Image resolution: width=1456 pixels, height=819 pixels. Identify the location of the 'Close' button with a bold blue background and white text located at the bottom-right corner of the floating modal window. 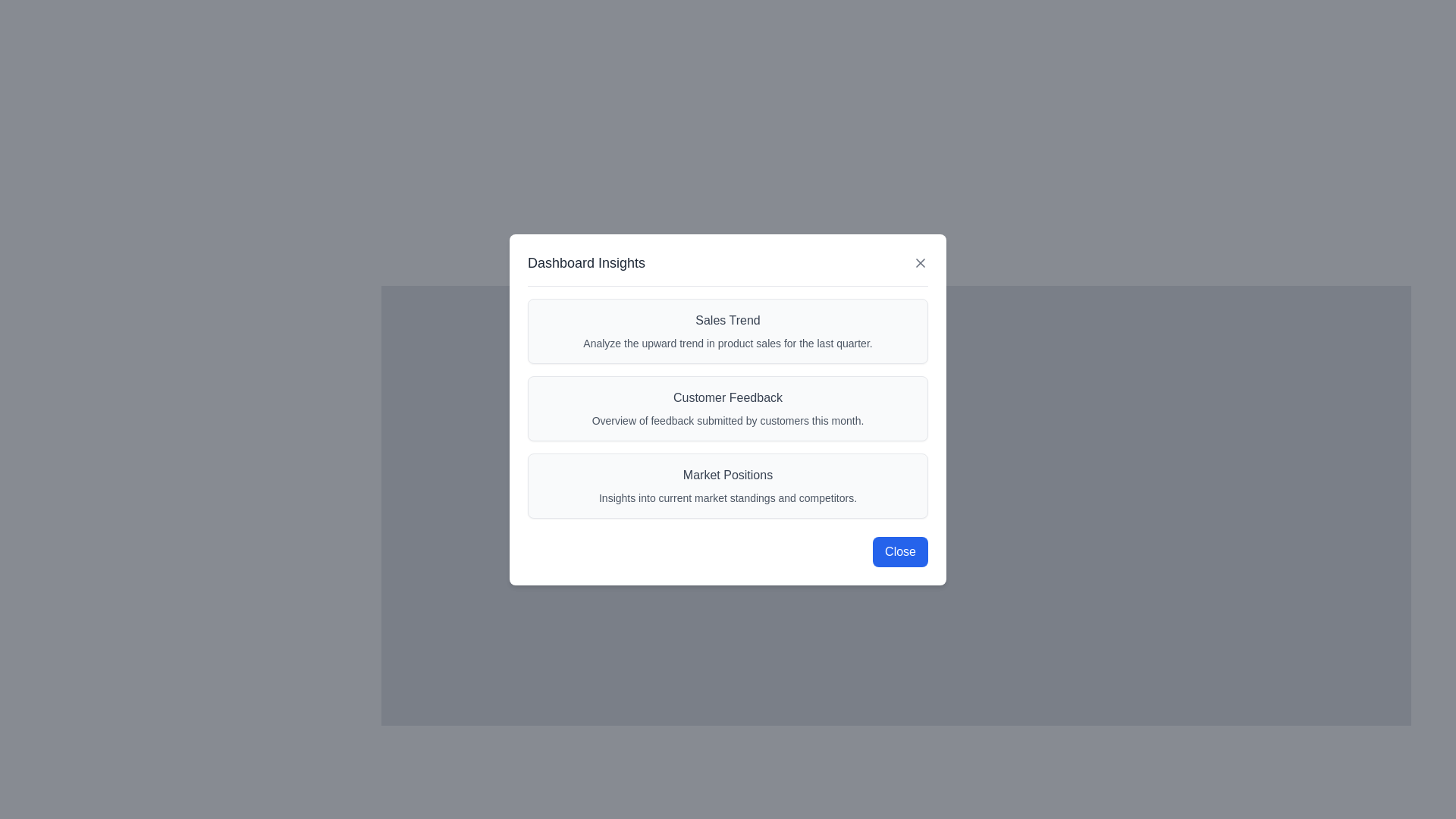
(900, 551).